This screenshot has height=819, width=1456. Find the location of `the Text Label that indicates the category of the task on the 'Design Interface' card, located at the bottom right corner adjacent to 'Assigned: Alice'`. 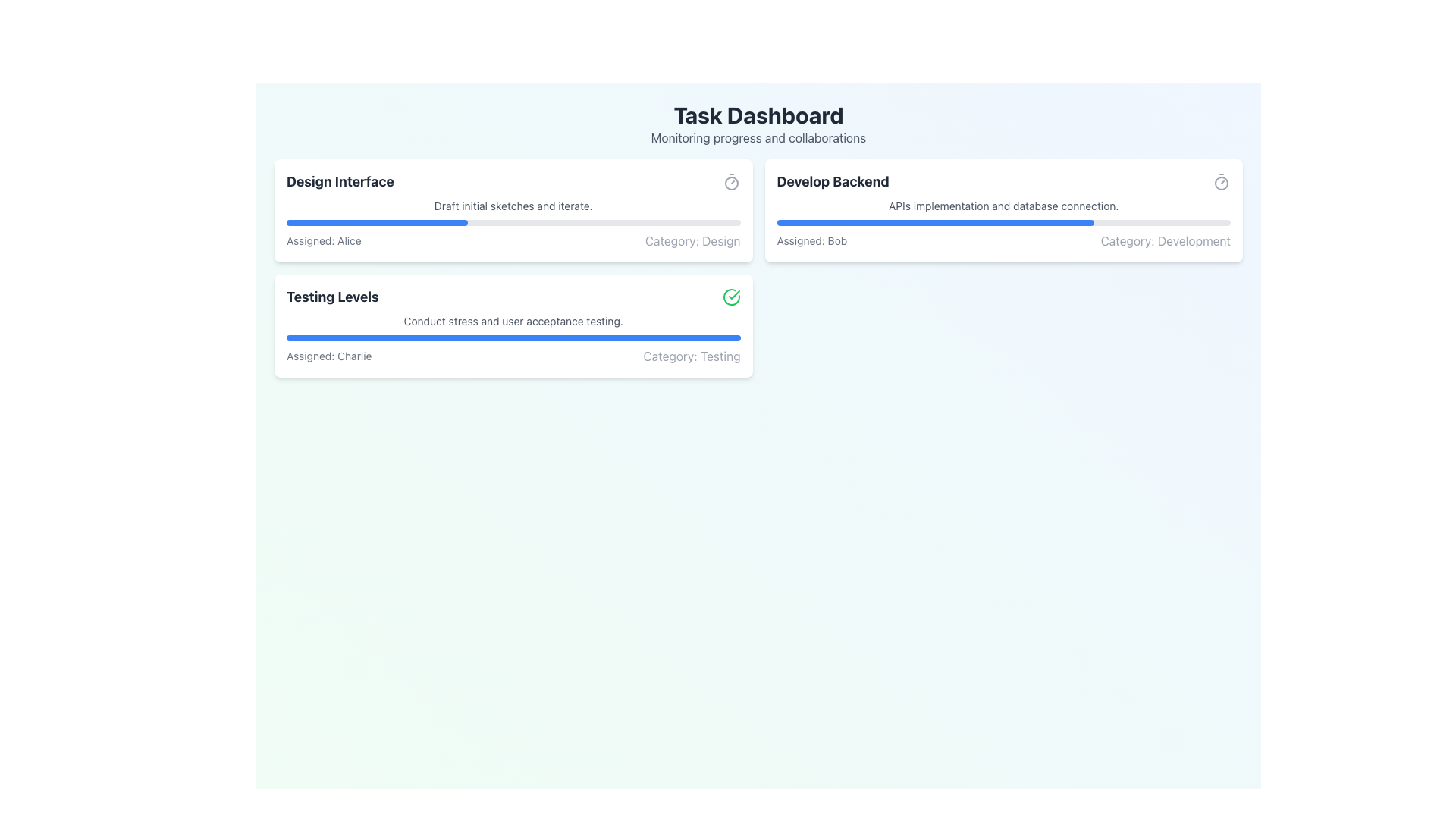

the Text Label that indicates the category of the task on the 'Design Interface' card, located at the bottom right corner adjacent to 'Assigned: Alice' is located at coordinates (692, 240).